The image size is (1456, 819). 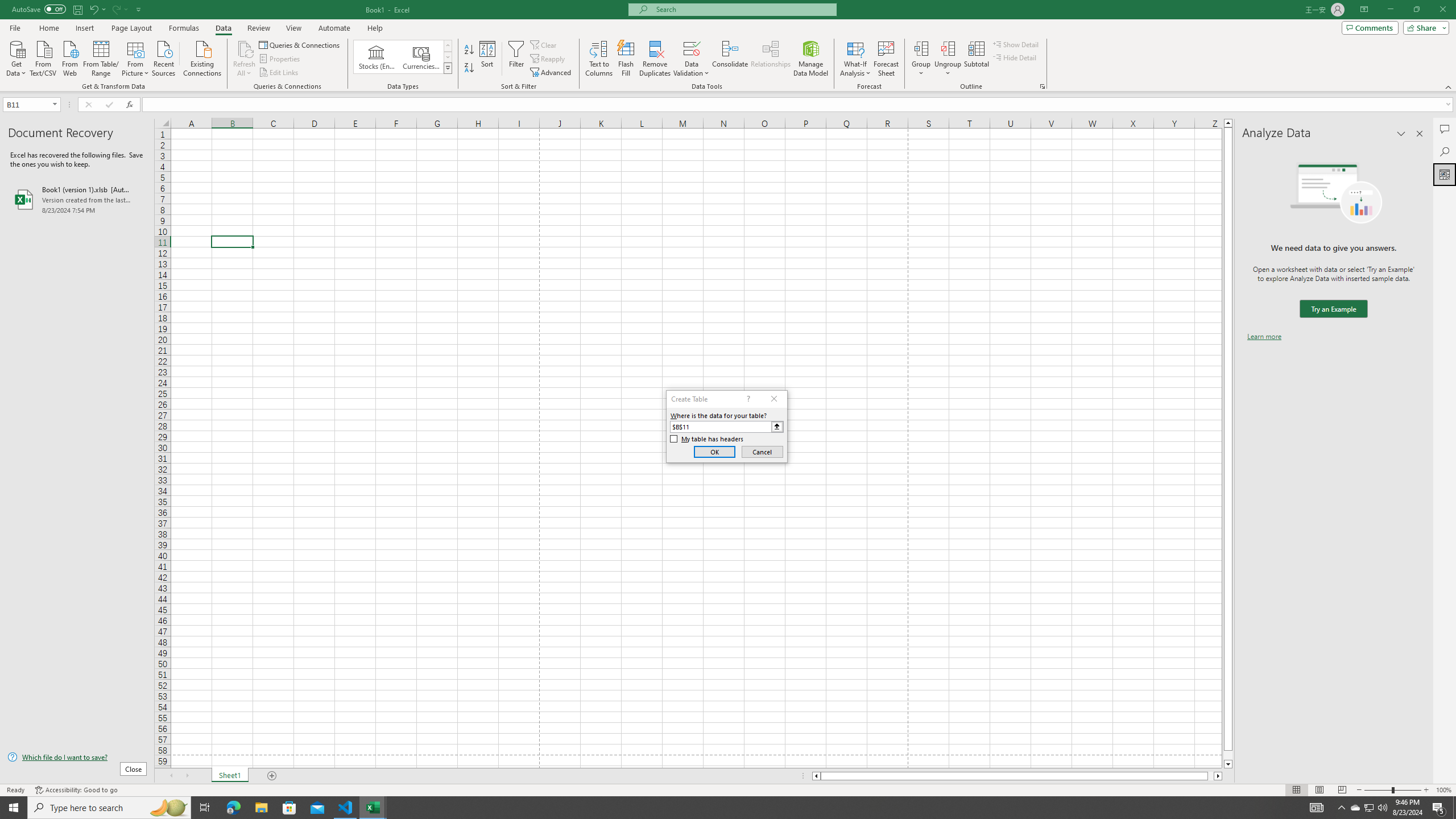 What do you see at coordinates (69, 57) in the screenshot?
I see `'From Web'` at bounding box center [69, 57].